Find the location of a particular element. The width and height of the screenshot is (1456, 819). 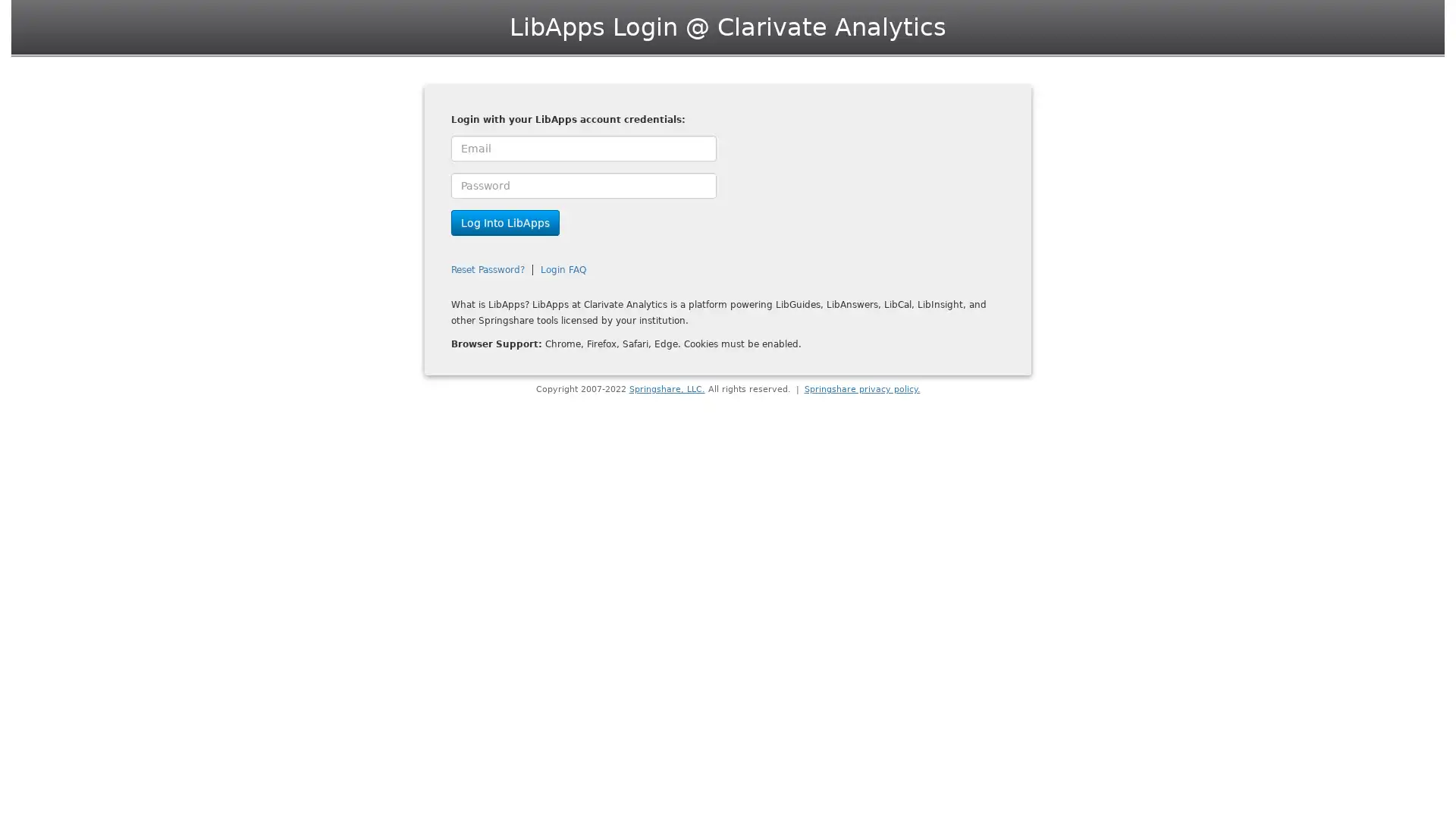

Log Into LibApps is located at coordinates (505, 222).